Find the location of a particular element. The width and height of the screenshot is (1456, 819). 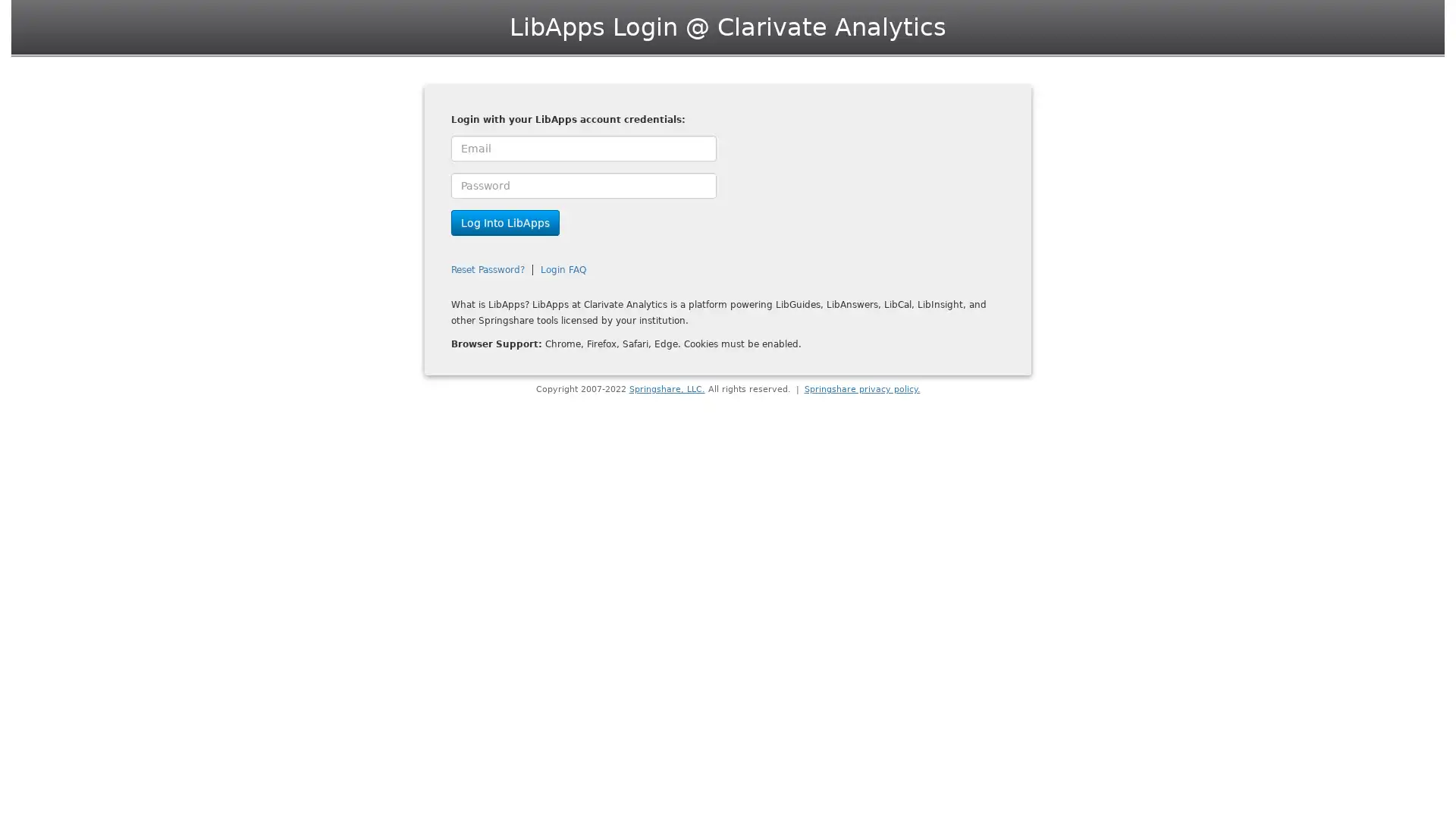

Log Into LibApps is located at coordinates (505, 222).